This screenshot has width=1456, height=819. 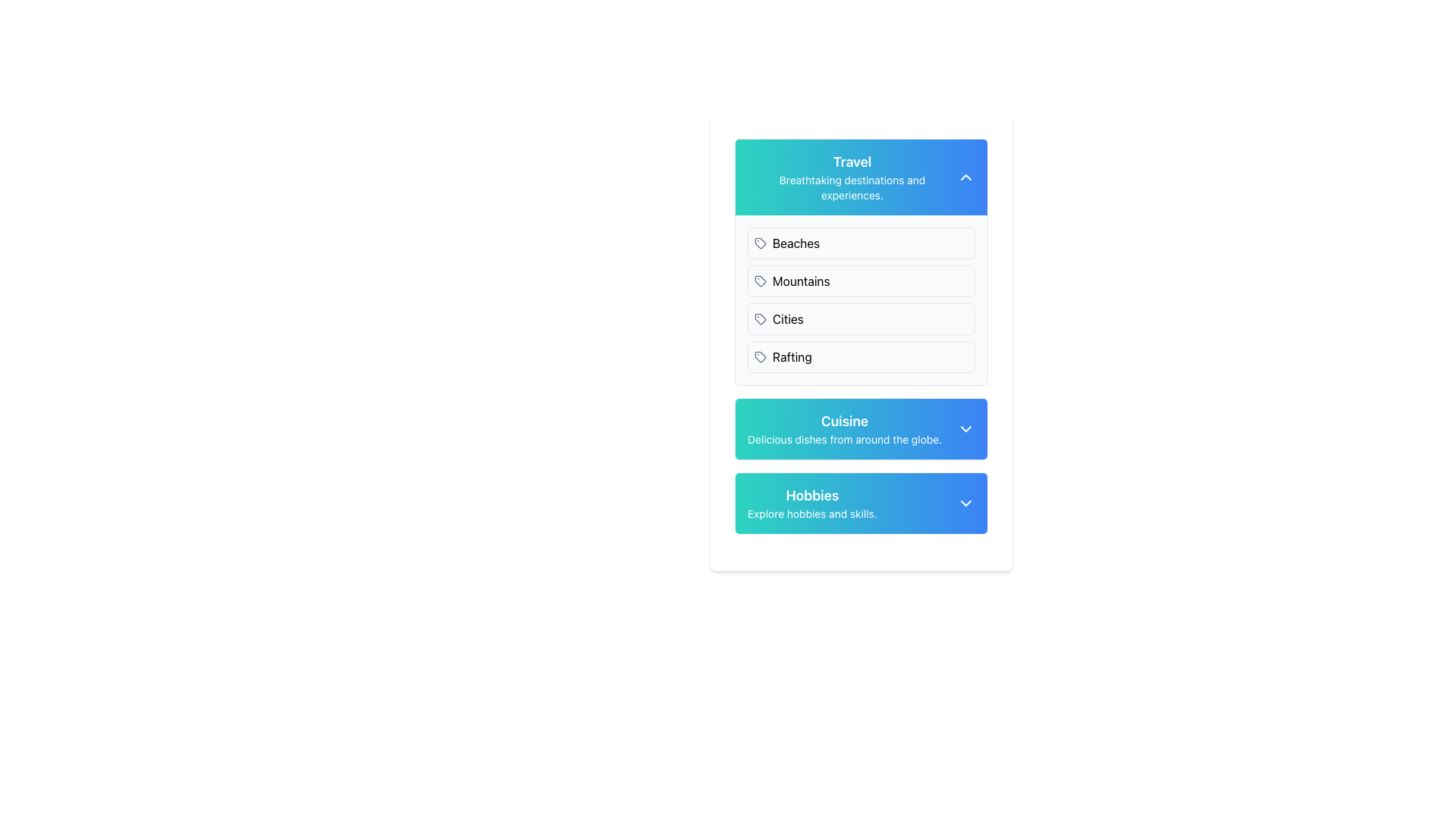 What do you see at coordinates (852, 187) in the screenshot?
I see `static text element displaying 'Breathtaking destinations and experiences.' located below the title 'Travel'` at bounding box center [852, 187].